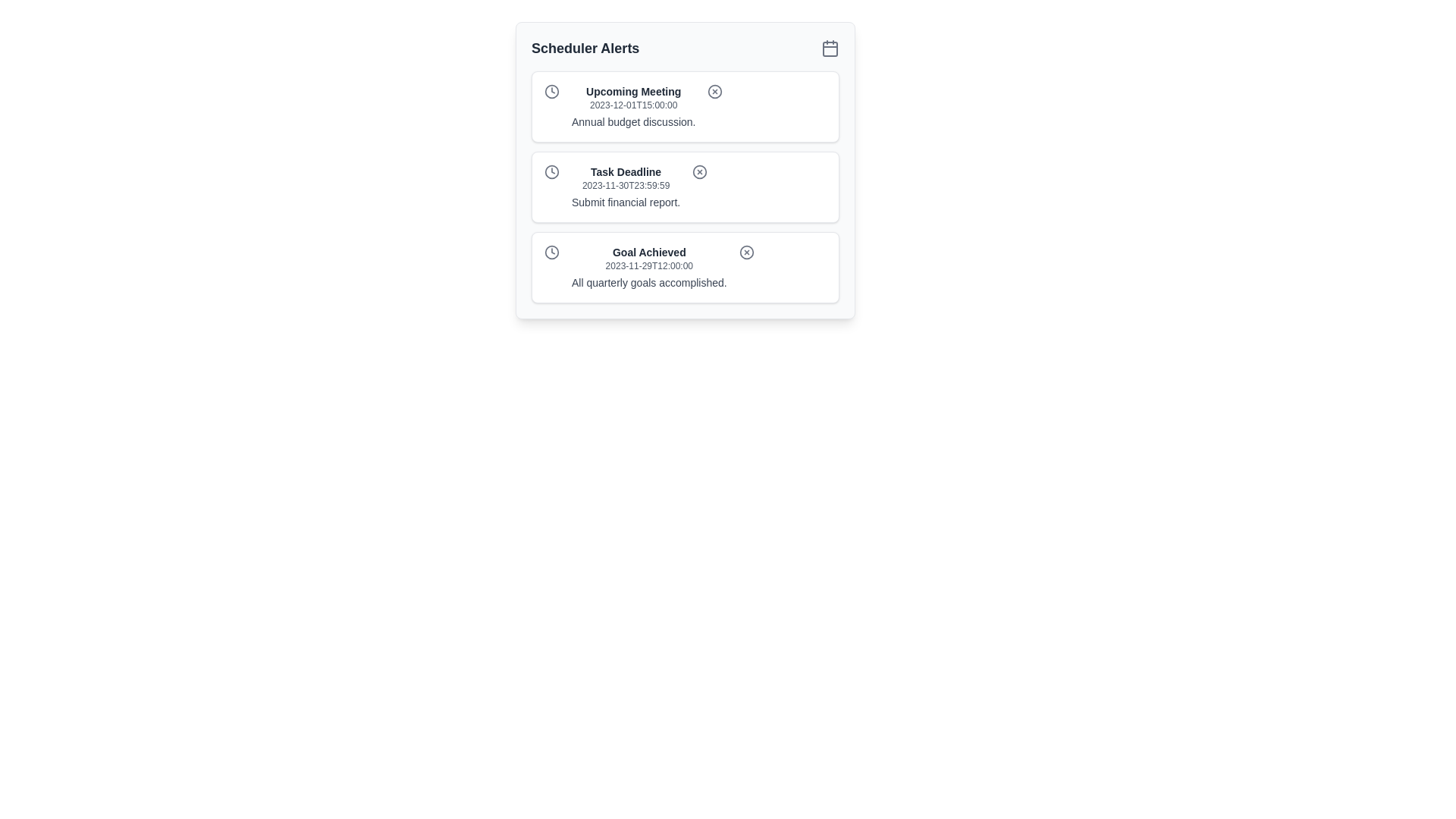 The width and height of the screenshot is (1456, 819). I want to click on properties of the small circle element within the SVG structure located in the second row of the task deadlines list, so click(699, 171).